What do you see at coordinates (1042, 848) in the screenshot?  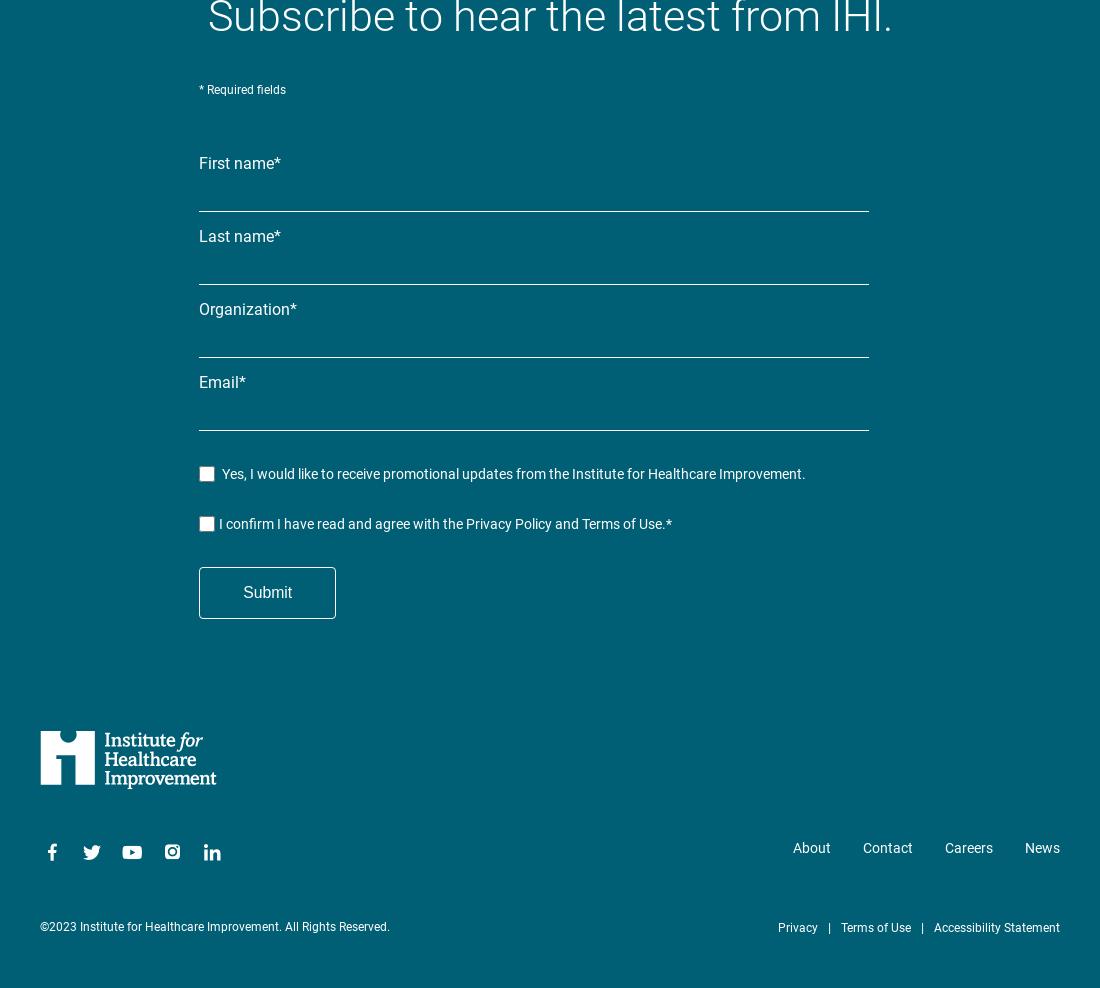 I see `'News'` at bounding box center [1042, 848].